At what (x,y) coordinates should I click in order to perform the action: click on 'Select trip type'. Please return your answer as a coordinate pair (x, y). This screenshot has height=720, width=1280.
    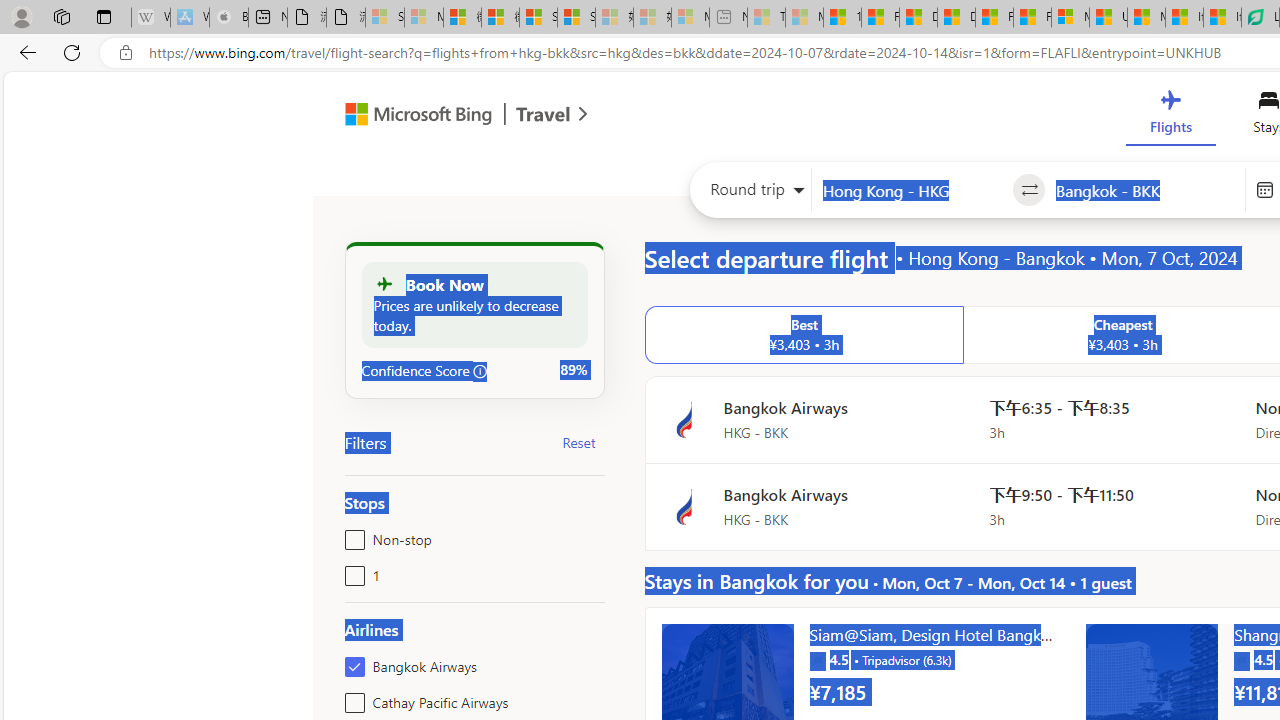
    Looking at the image, I should click on (750, 194).